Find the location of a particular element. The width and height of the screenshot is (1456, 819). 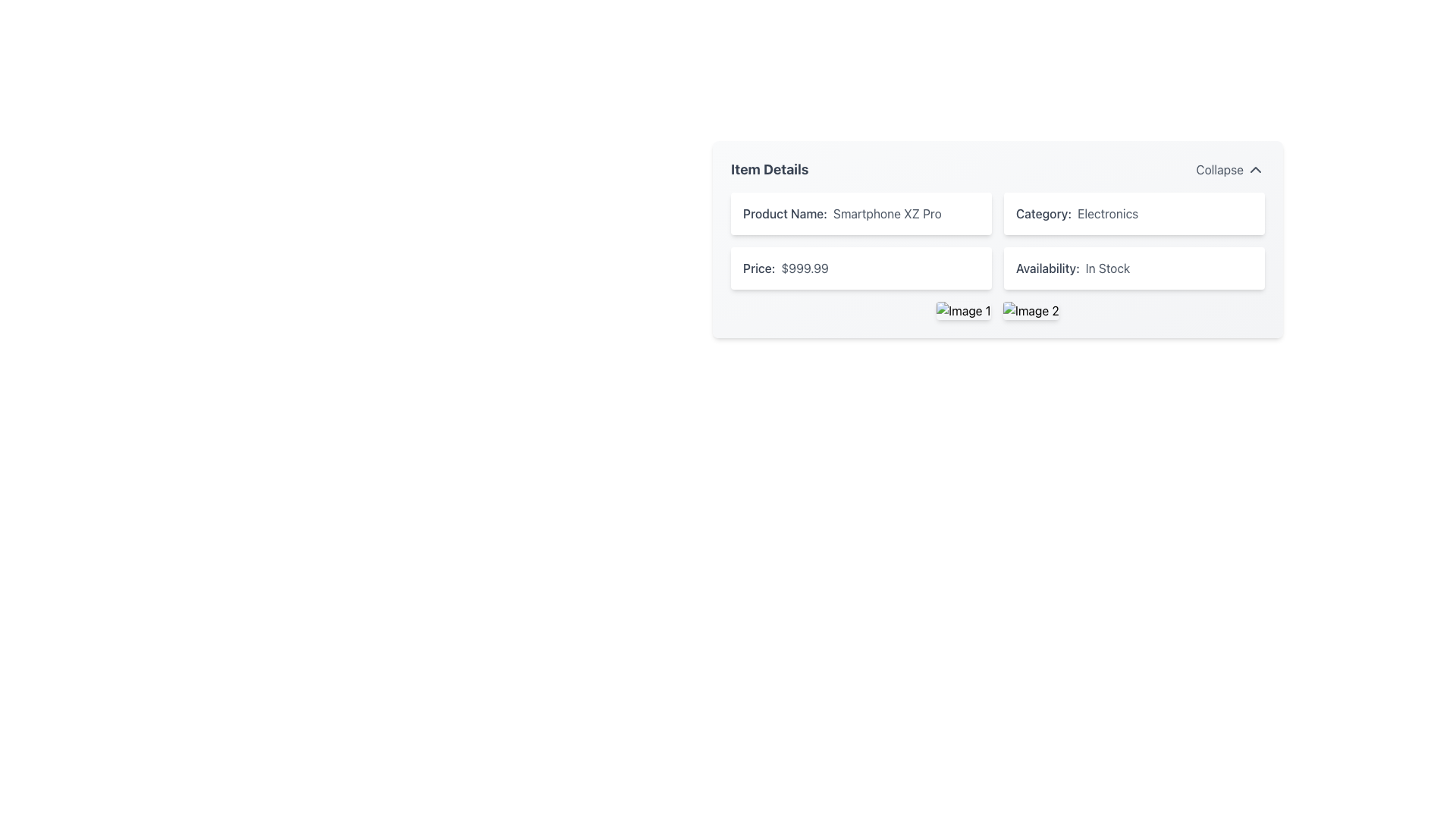

the first thumbnail image element is located at coordinates (963, 309).